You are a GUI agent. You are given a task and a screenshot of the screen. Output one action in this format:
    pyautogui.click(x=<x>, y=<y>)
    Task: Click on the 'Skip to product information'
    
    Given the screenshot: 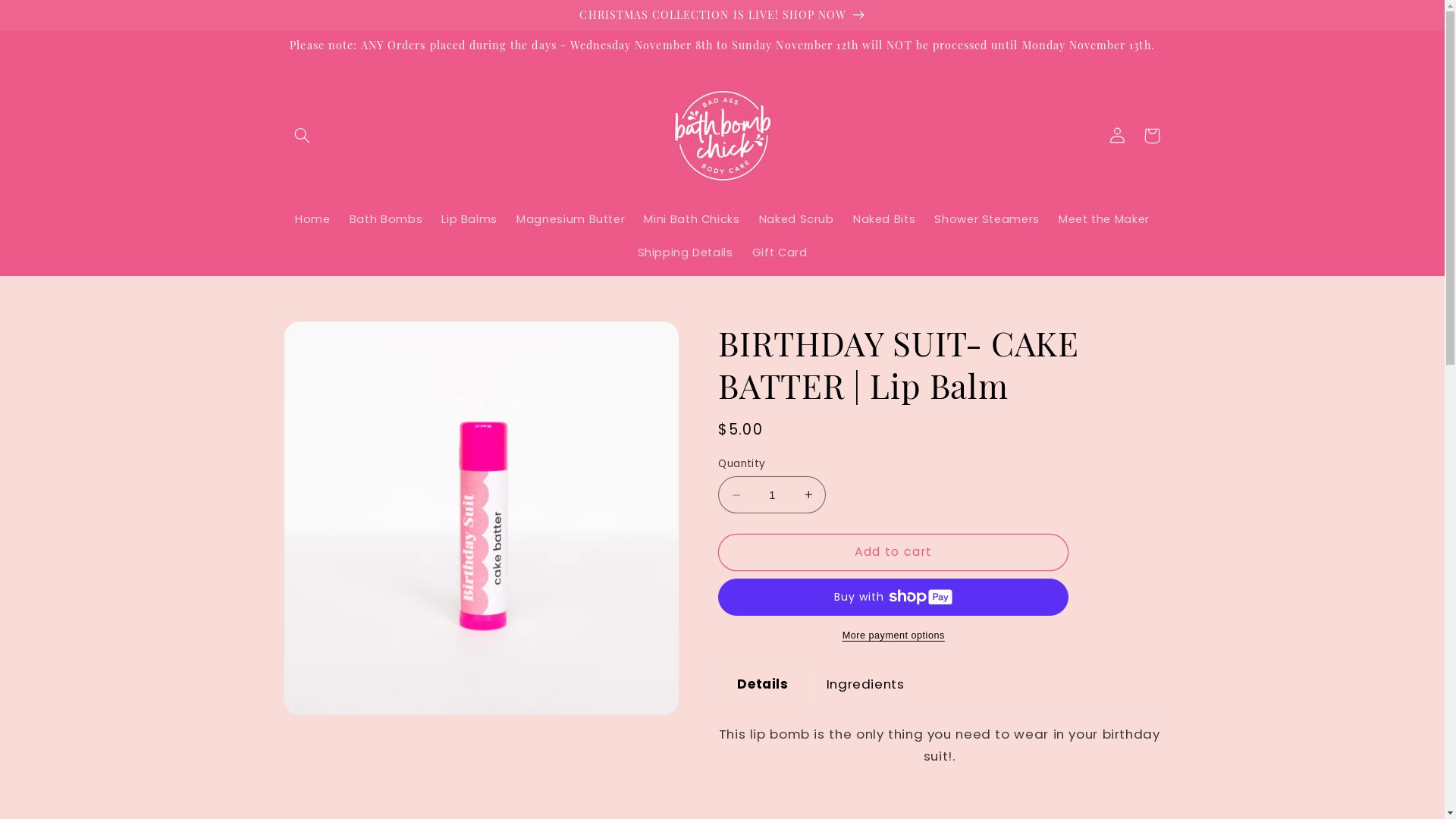 What is the action you would take?
    pyautogui.click(x=331, y=338)
    